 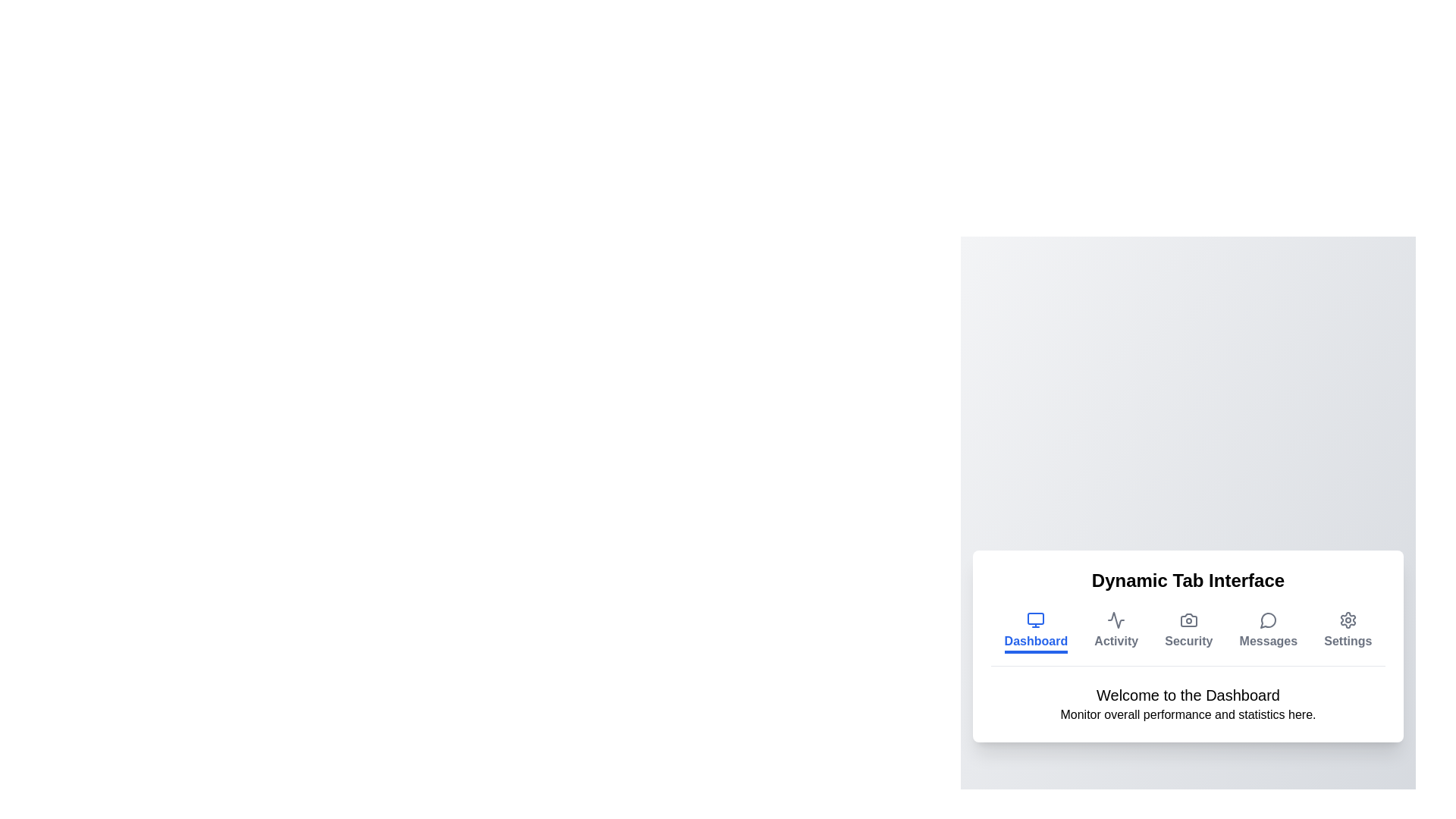 What do you see at coordinates (1116, 620) in the screenshot?
I see `the 'Activity' tab icon, which is the second tab in a horizontal row of navigation tabs at the center bottom of the card component` at bounding box center [1116, 620].